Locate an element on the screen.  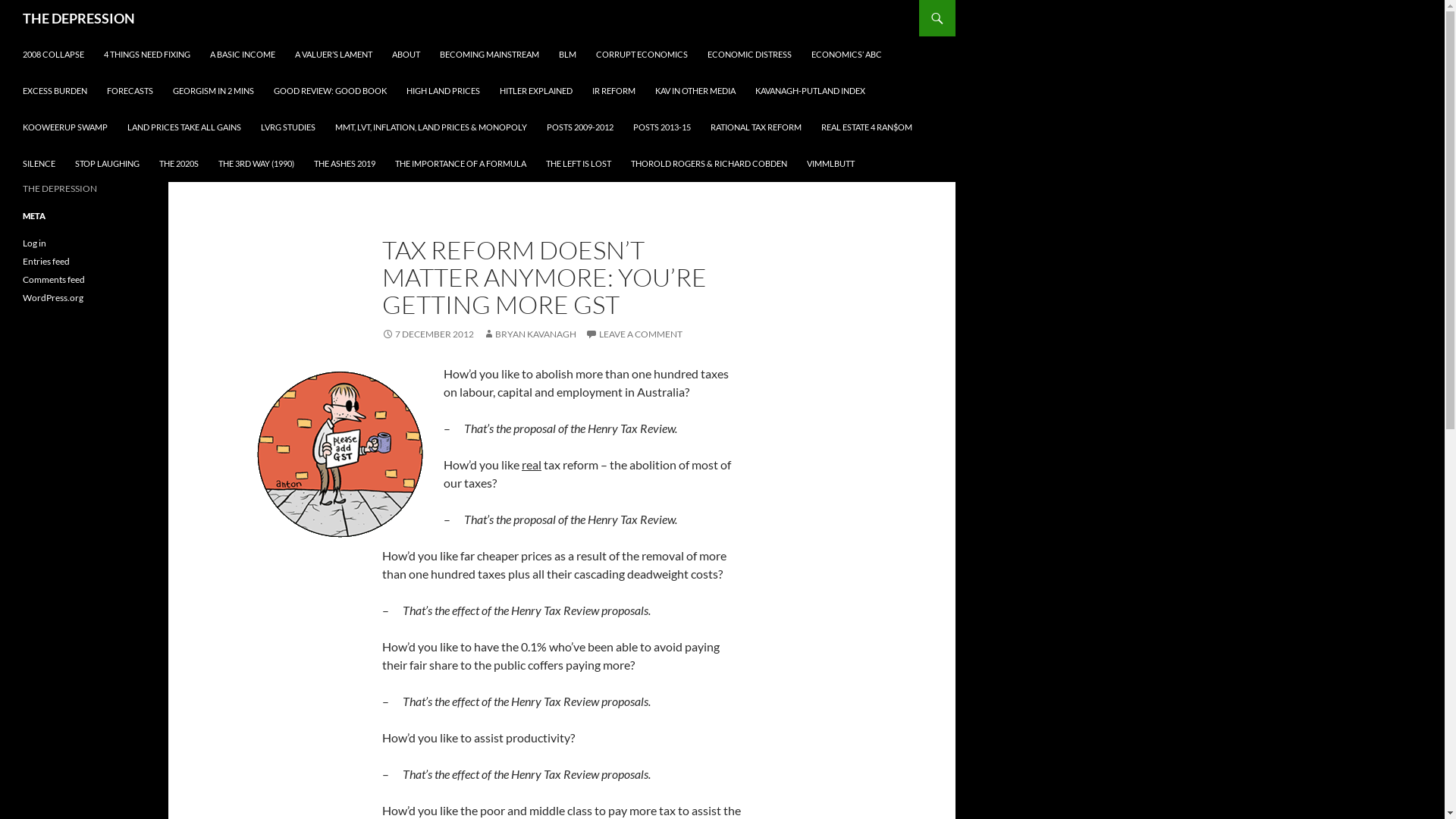
'EXCESS BURDEN' is located at coordinates (55, 90).